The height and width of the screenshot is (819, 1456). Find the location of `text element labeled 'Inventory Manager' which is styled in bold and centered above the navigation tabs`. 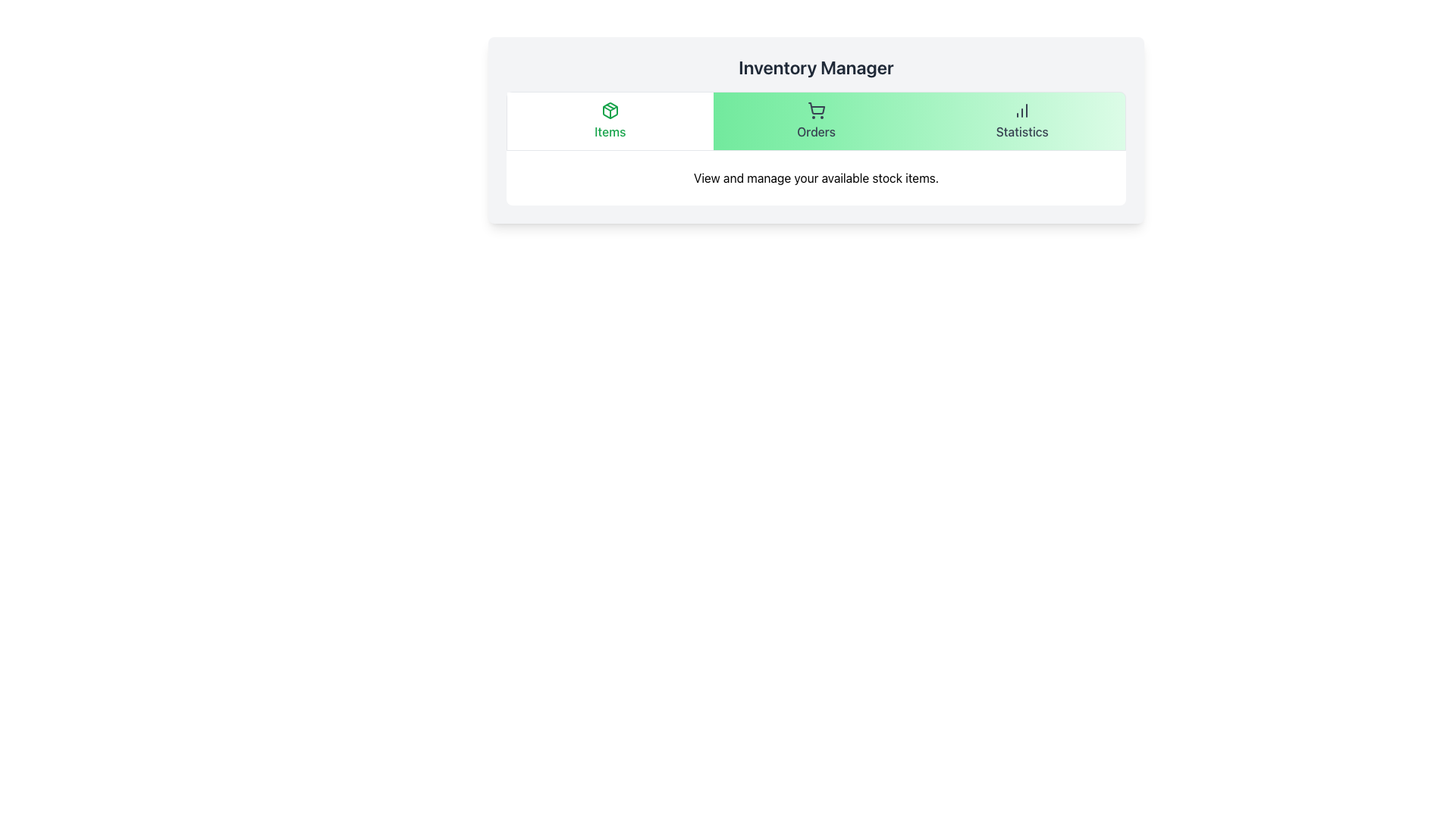

text element labeled 'Inventory Manager' which is styled in bold and centered above the navigation tabs is located at coordinates (815, 66).